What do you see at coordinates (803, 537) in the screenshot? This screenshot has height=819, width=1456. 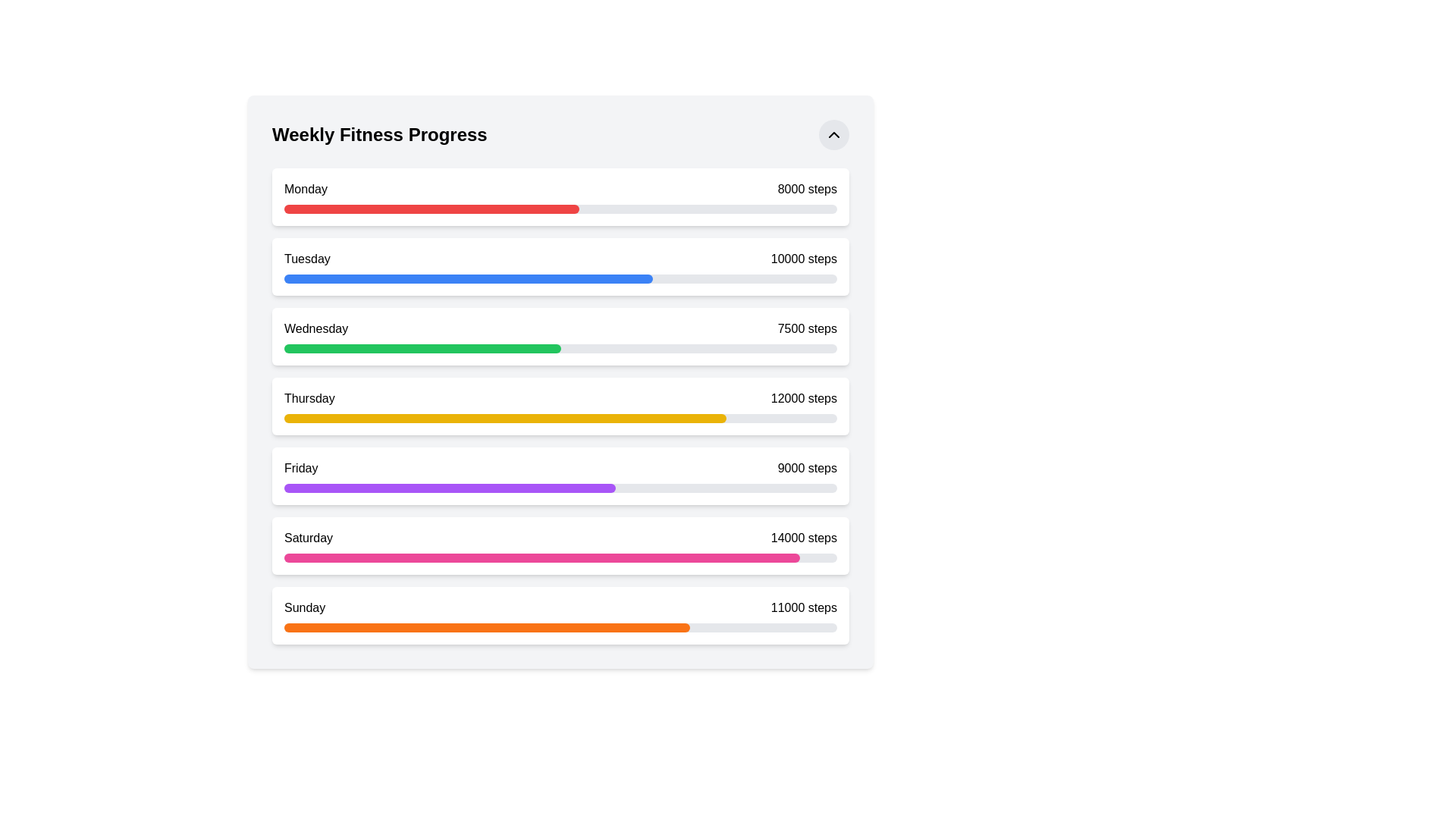 I see `displayed text from the Text label that represents the step count for Saturday, positioned towards the right end of the row` at bounding box center [803, 537].